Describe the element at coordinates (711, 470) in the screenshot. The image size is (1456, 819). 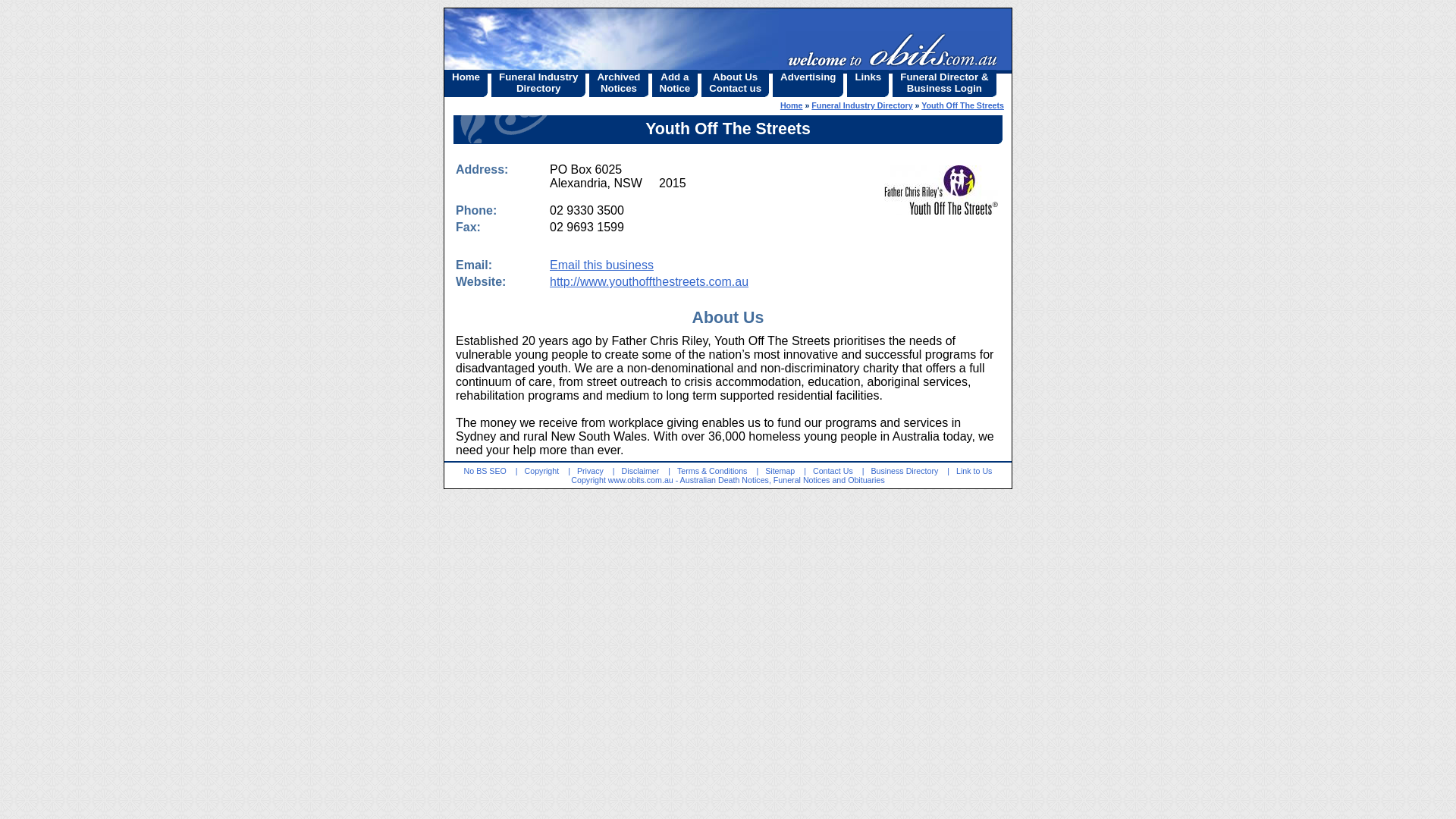
I see `'Terms & Conditions'` at that location.